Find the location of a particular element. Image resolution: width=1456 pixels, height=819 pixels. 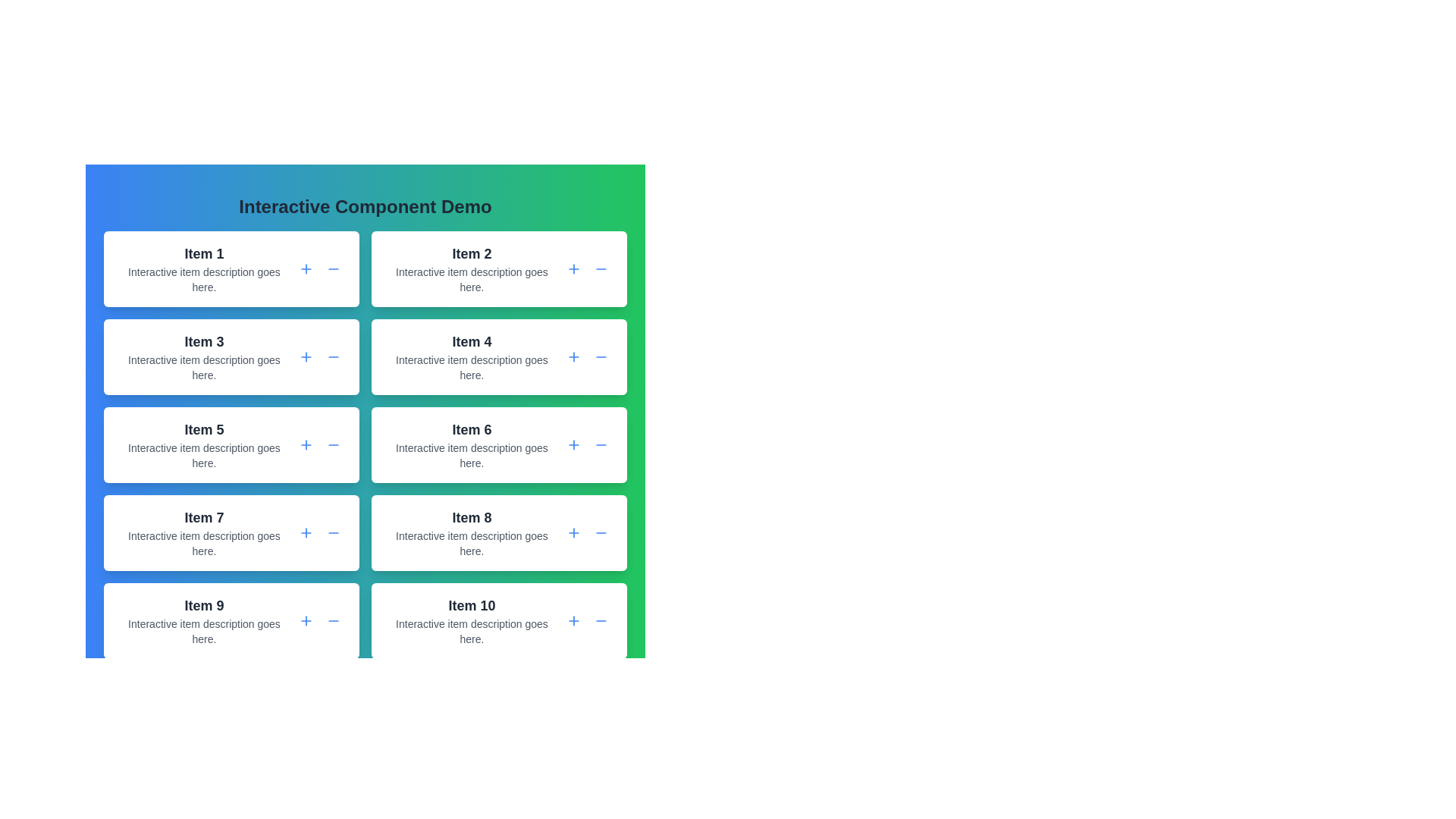

the static text label displaying 'Item 2', which is styled in a larger bold font and centrally aligned within the top-right card of a grid layout is located at coordinates (471, 253).